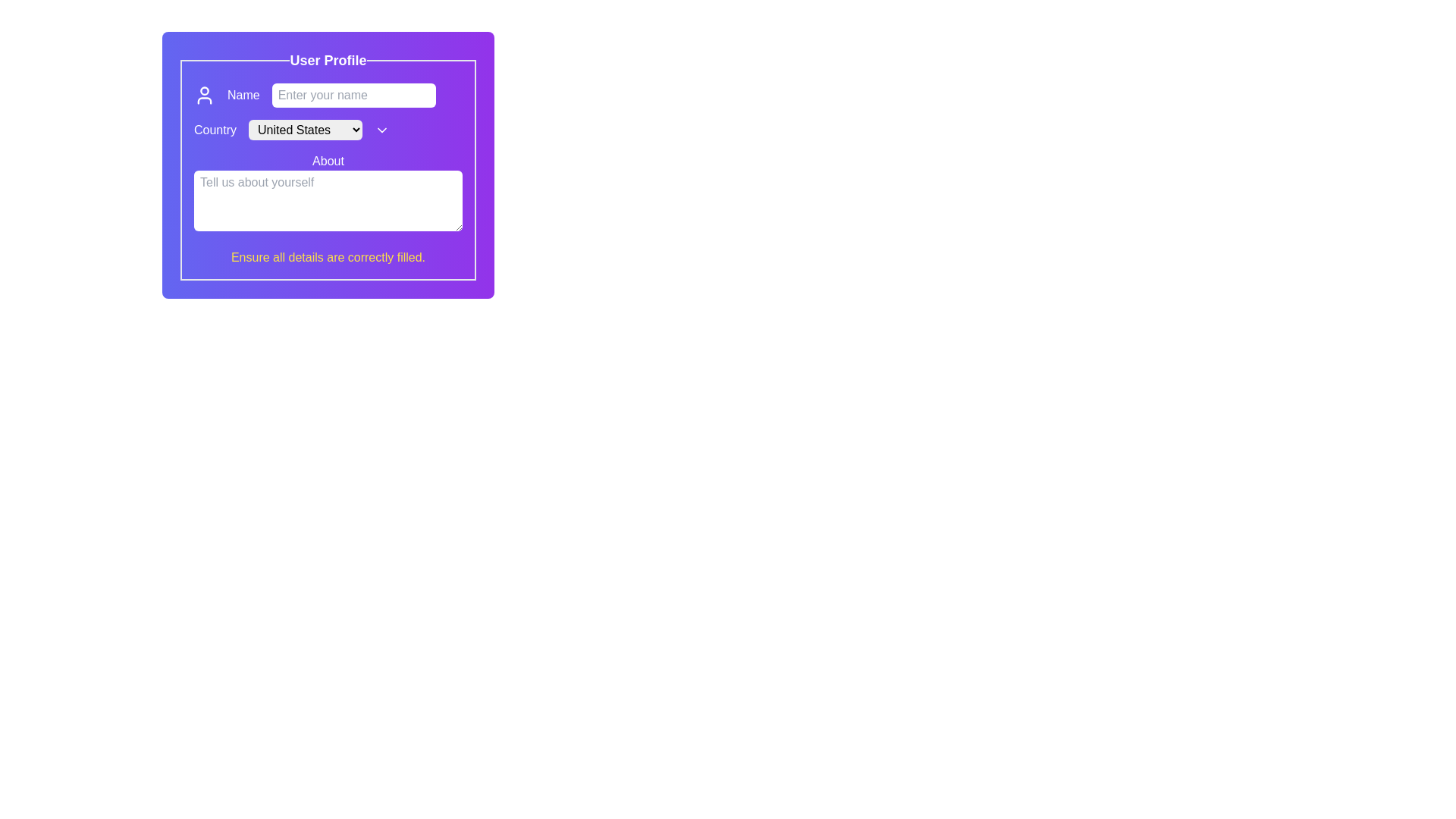 Image resolution: width=1456 pixels, height=819 pixels. I want to click on the chevron icon next to the 'Country' dropdown menu, so click(382, 129).